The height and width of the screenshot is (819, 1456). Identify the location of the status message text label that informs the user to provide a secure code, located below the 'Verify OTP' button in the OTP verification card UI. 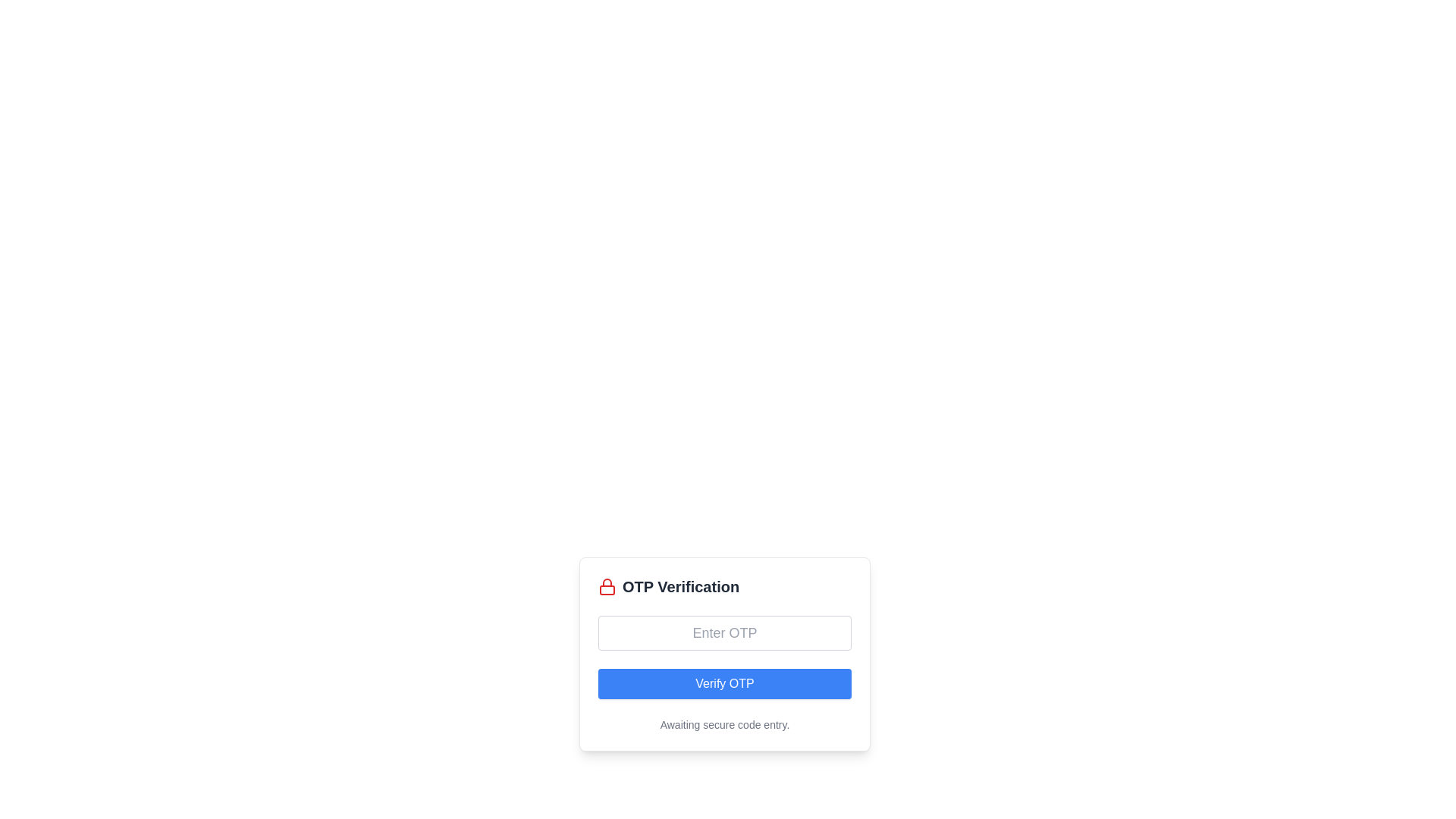
(723, 724).